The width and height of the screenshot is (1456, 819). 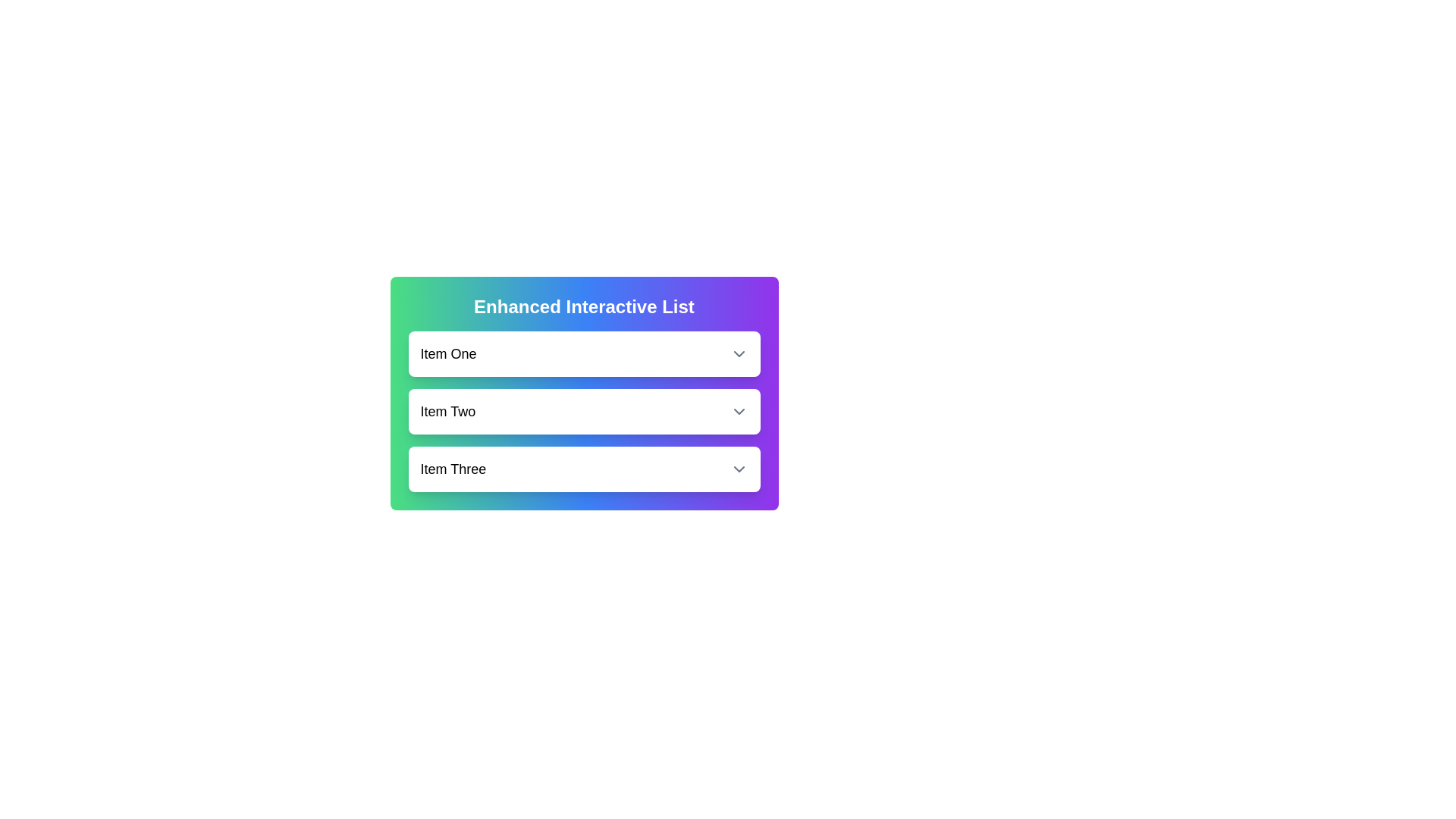 What do you see at coordinates (583, 393) in the screenshot?
I see `the items in the Enhanced Interactive List component` at bounding box center [583, 393].